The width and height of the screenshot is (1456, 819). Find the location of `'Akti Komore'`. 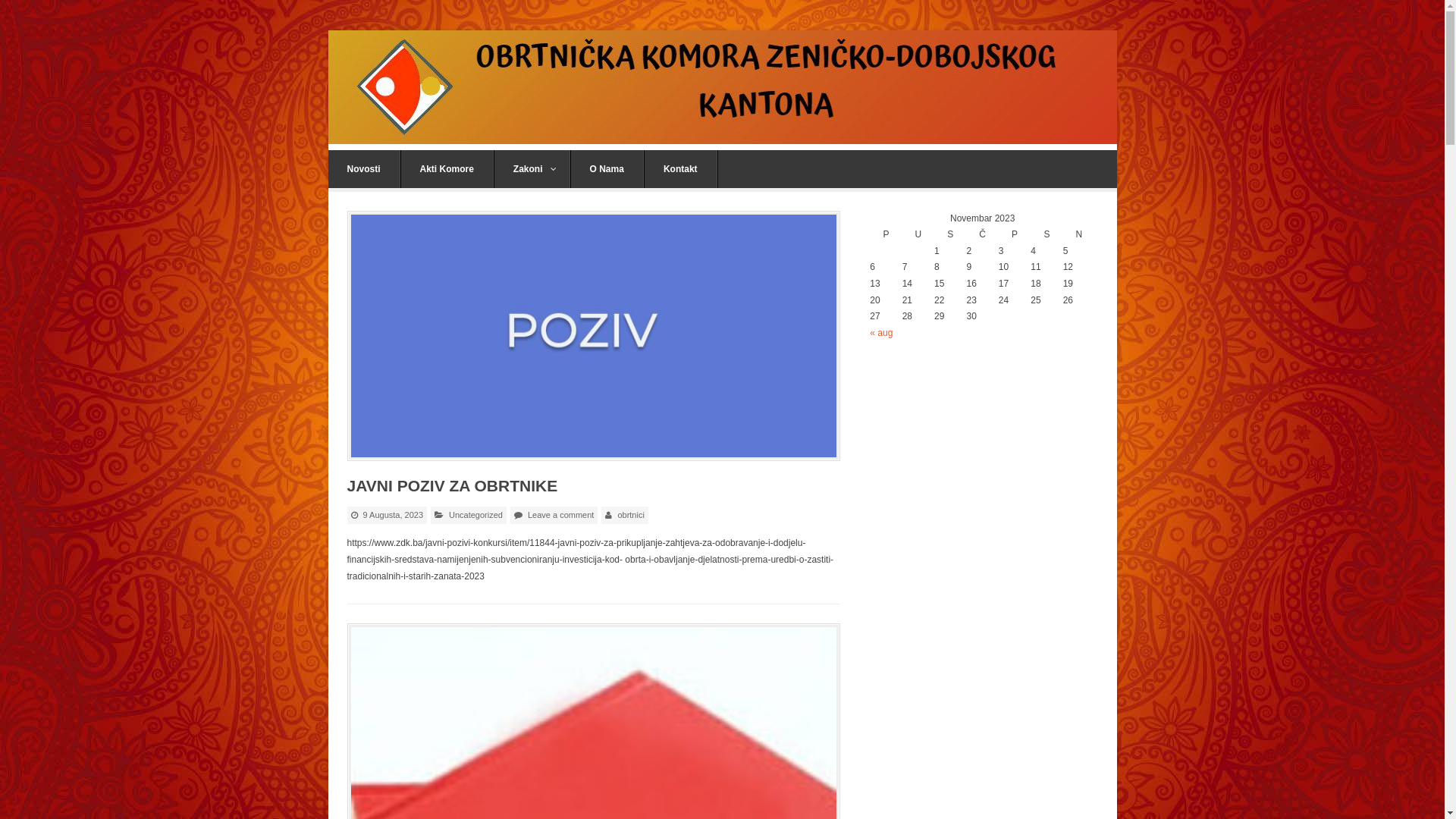

'Akti Komore' is located at coordinates (446, 169).